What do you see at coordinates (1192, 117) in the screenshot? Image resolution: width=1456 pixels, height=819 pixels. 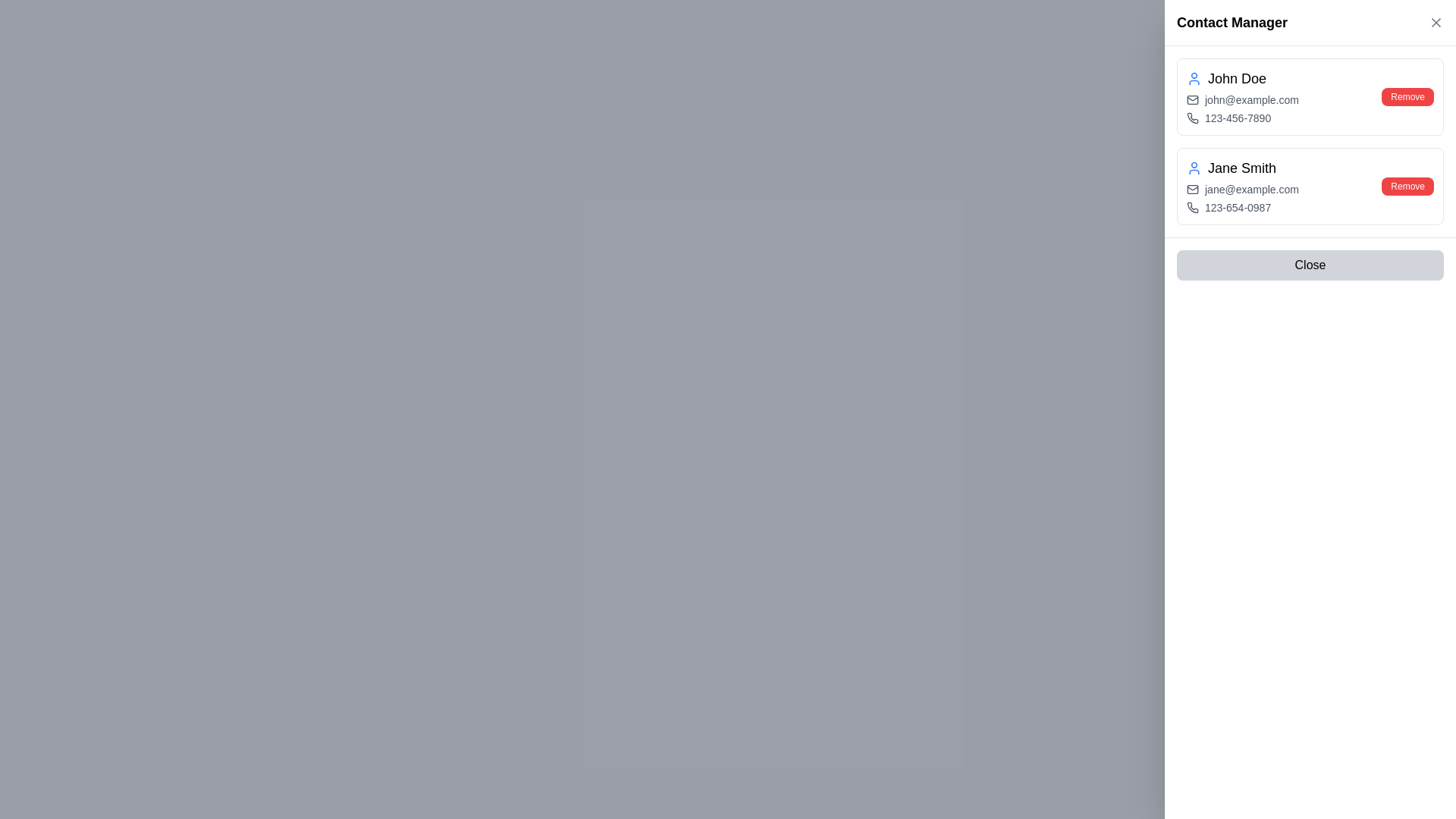 I see `the Decorative phone icon, which is located below the envelope icon and above the 'Remove' button in the contact details of 'John Doe'` at bounding box center [1192, 117].